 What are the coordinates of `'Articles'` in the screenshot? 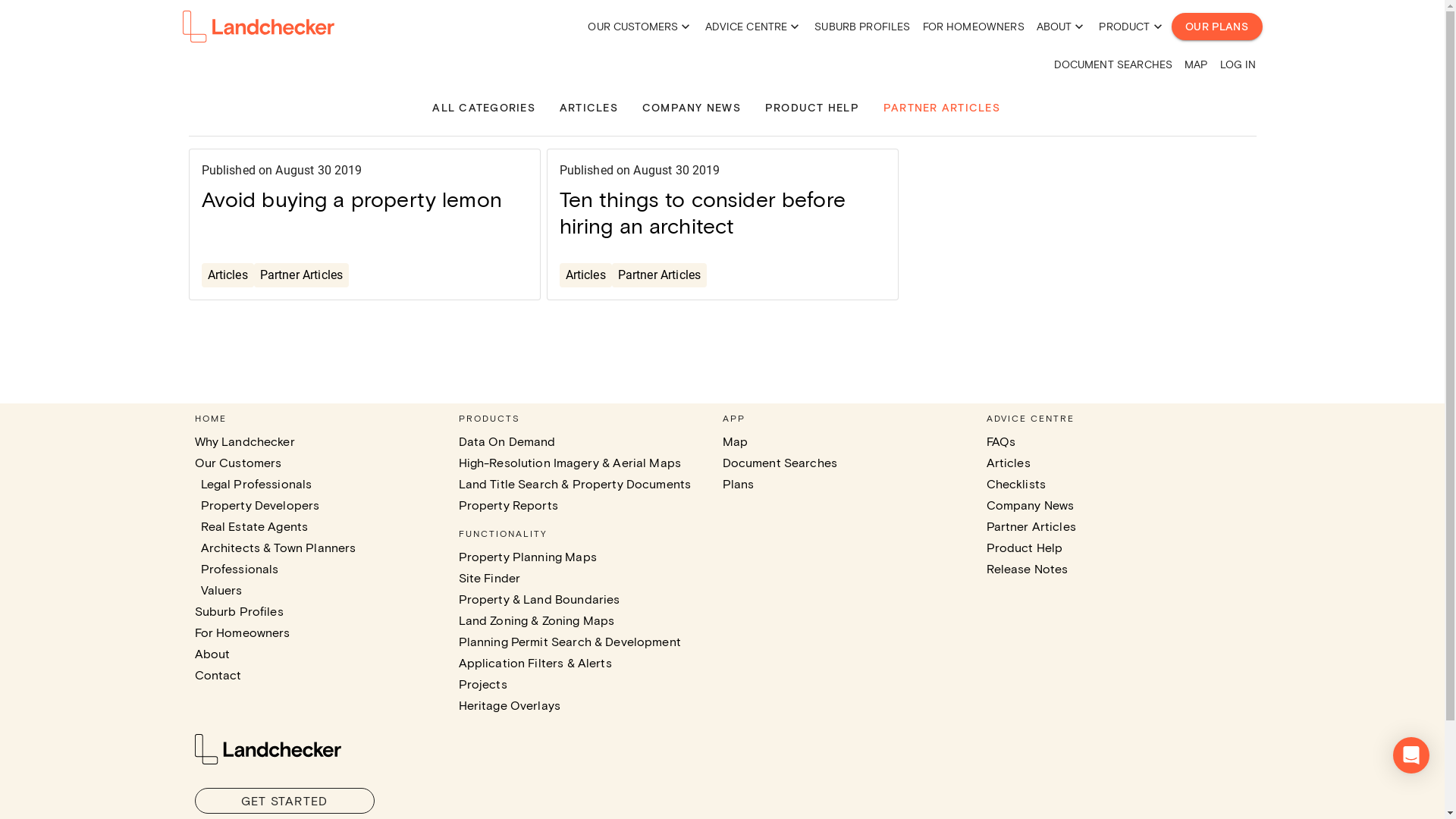 It's located at (227, 275).